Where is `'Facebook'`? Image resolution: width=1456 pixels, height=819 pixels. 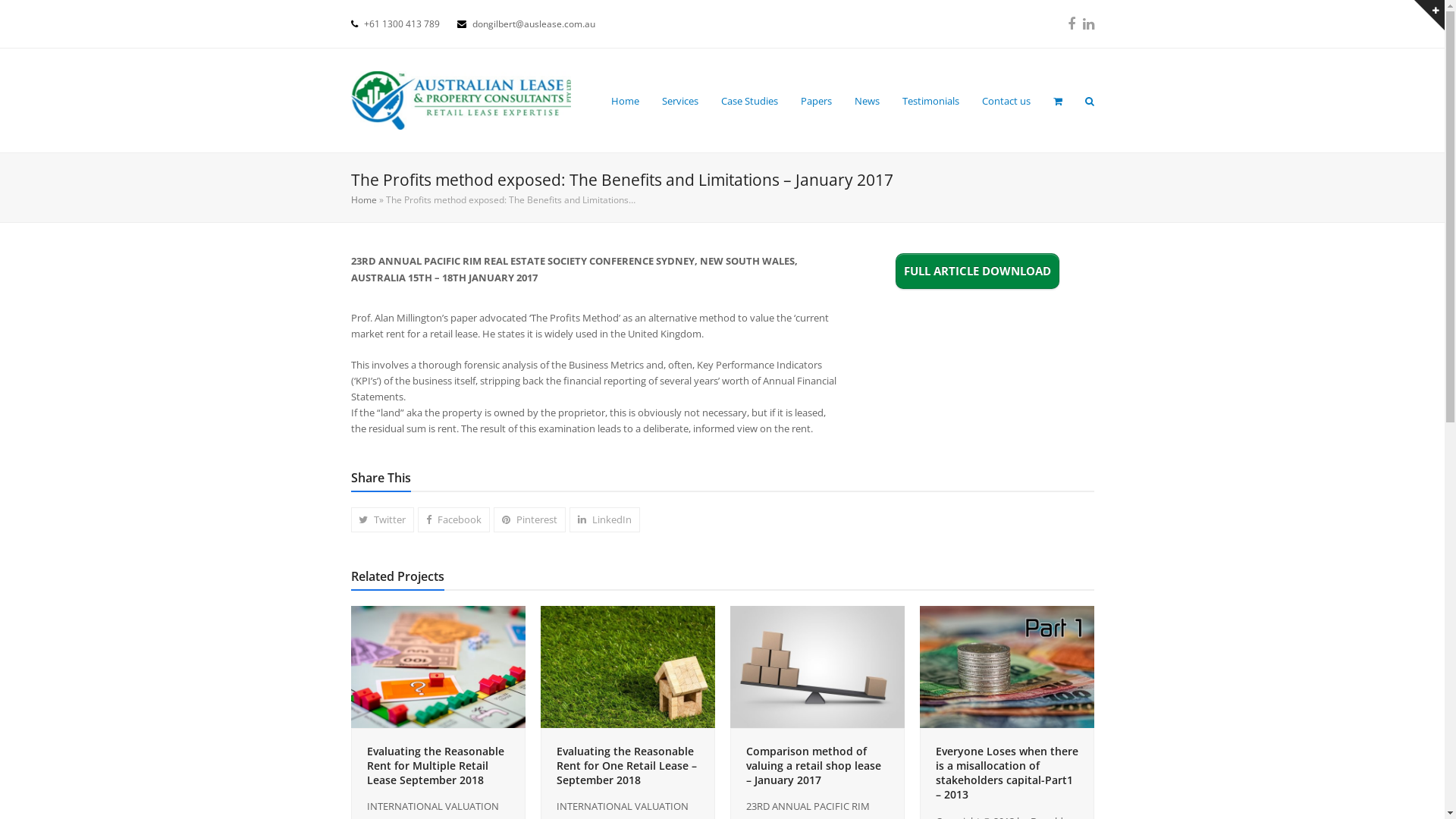
'Facebook' is located at coordinates (453, 519).